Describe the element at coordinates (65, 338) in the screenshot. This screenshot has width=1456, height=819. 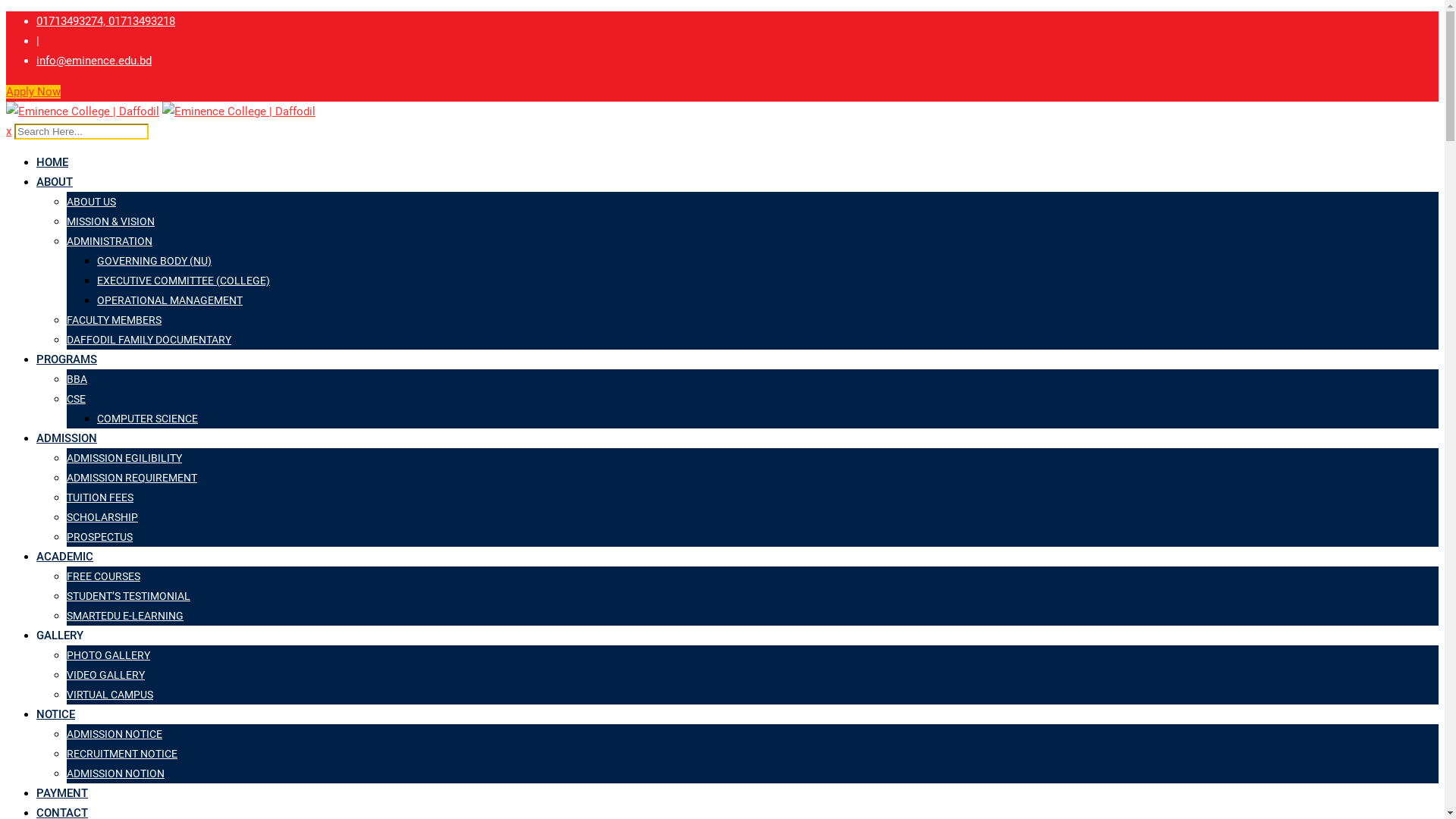
I see `'DAFFODIL FAMILY DOCUMENTARY'` at that location.